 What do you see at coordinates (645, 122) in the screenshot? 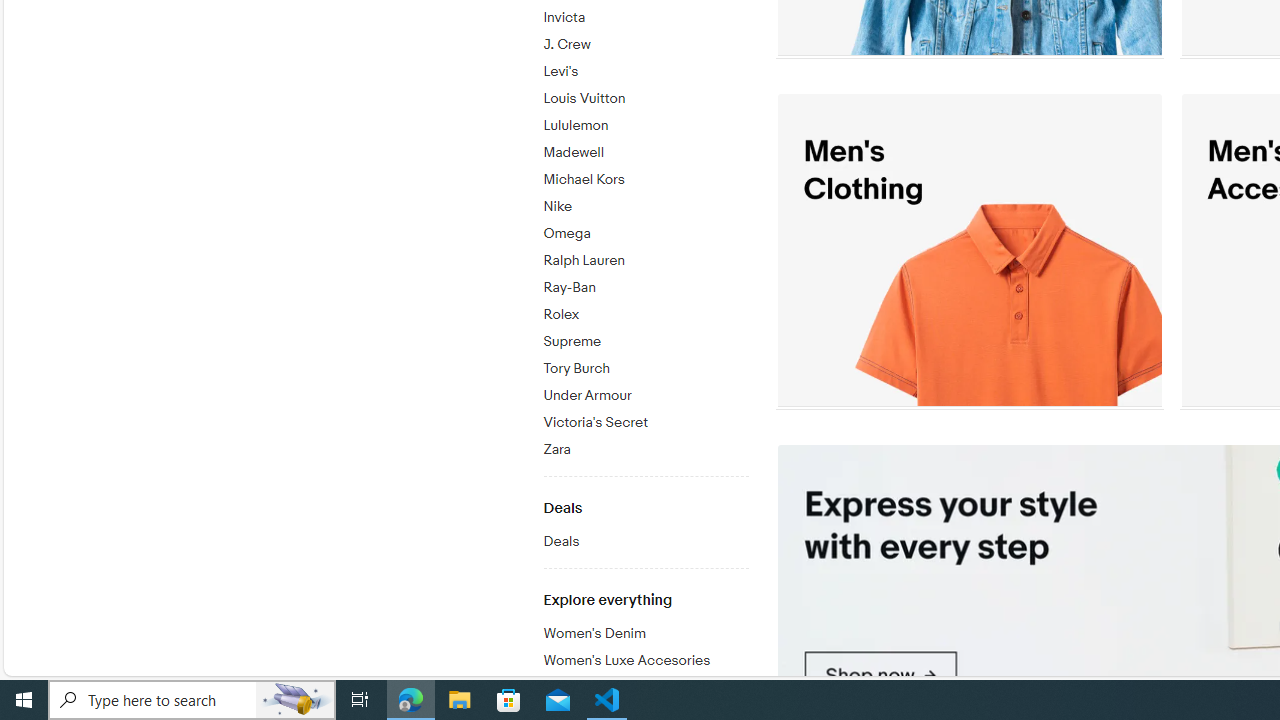
I see `'Lululemon'` at bounding box center [645, 122].